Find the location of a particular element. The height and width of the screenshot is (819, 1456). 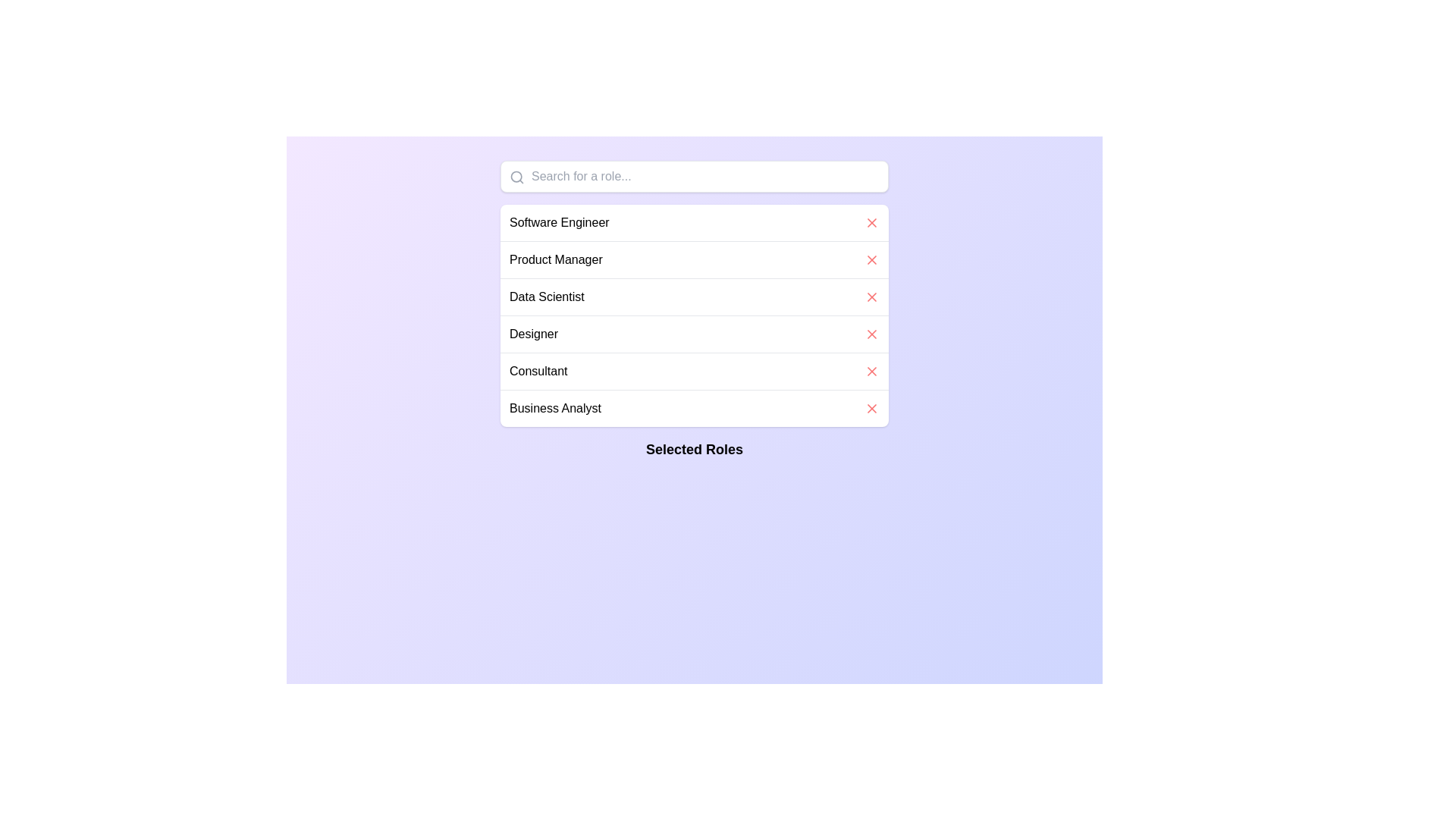

the close or delete button icon located in the fifth entry of the roles list titled 'Consultant' on the right side is located at coordinates (872, 371).